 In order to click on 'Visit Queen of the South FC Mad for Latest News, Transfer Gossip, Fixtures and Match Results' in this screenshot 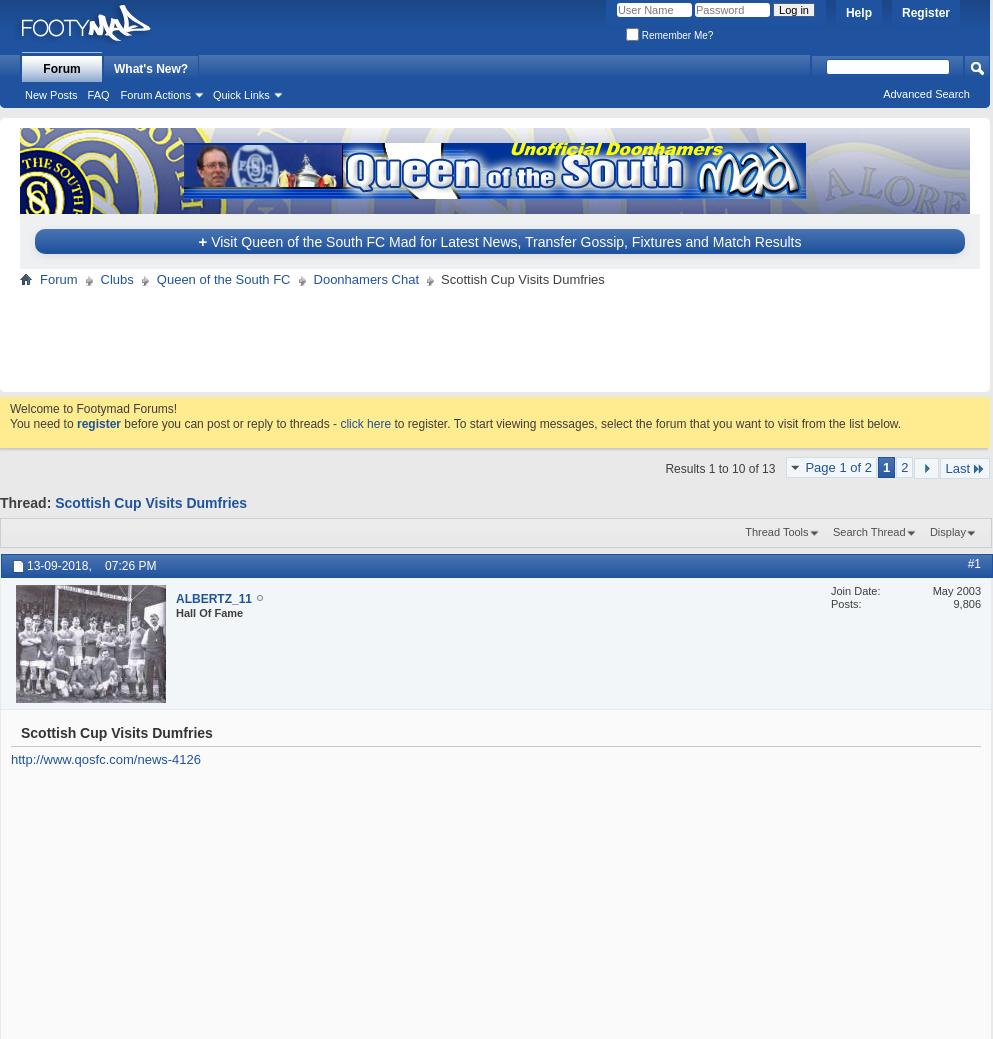, I will do `click(504, 241)`.